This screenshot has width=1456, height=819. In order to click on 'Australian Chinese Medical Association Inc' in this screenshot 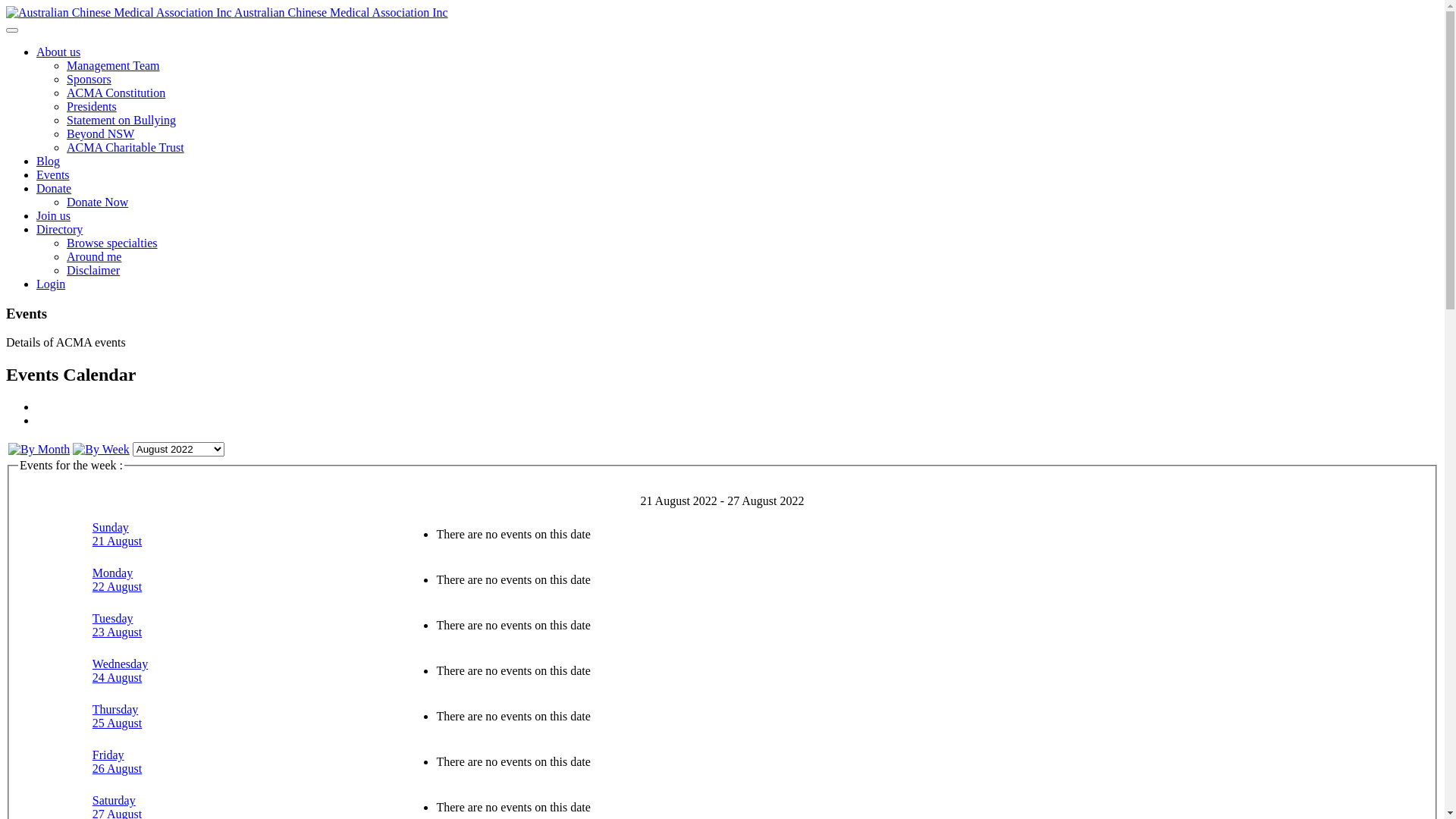, I will do `click(226, 12)`.